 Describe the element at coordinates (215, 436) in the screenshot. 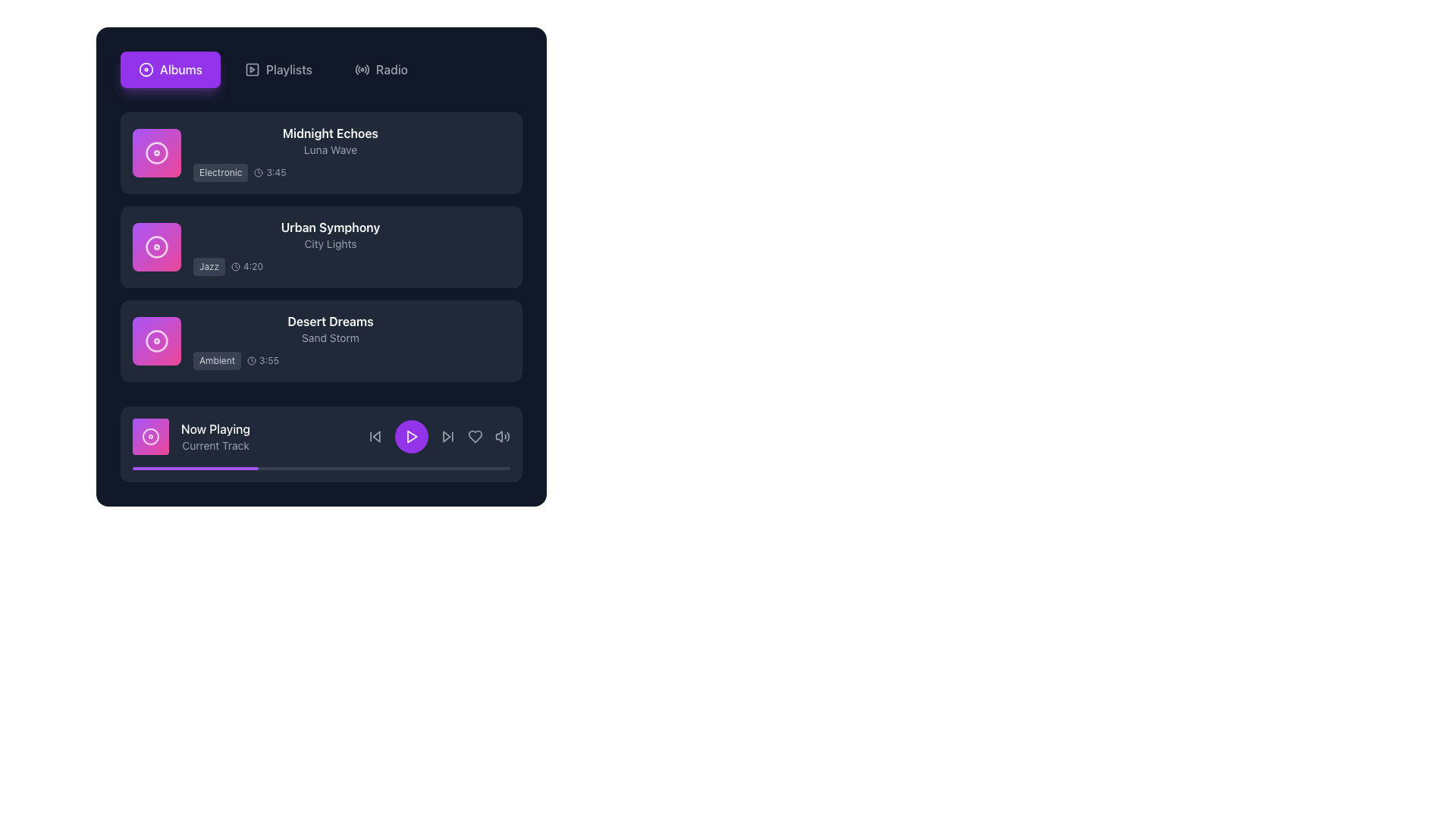

I see `the Text label that displays the status of the currently playing media, including the title ('Now Playing') and the track label ('Current Track')` at that location.